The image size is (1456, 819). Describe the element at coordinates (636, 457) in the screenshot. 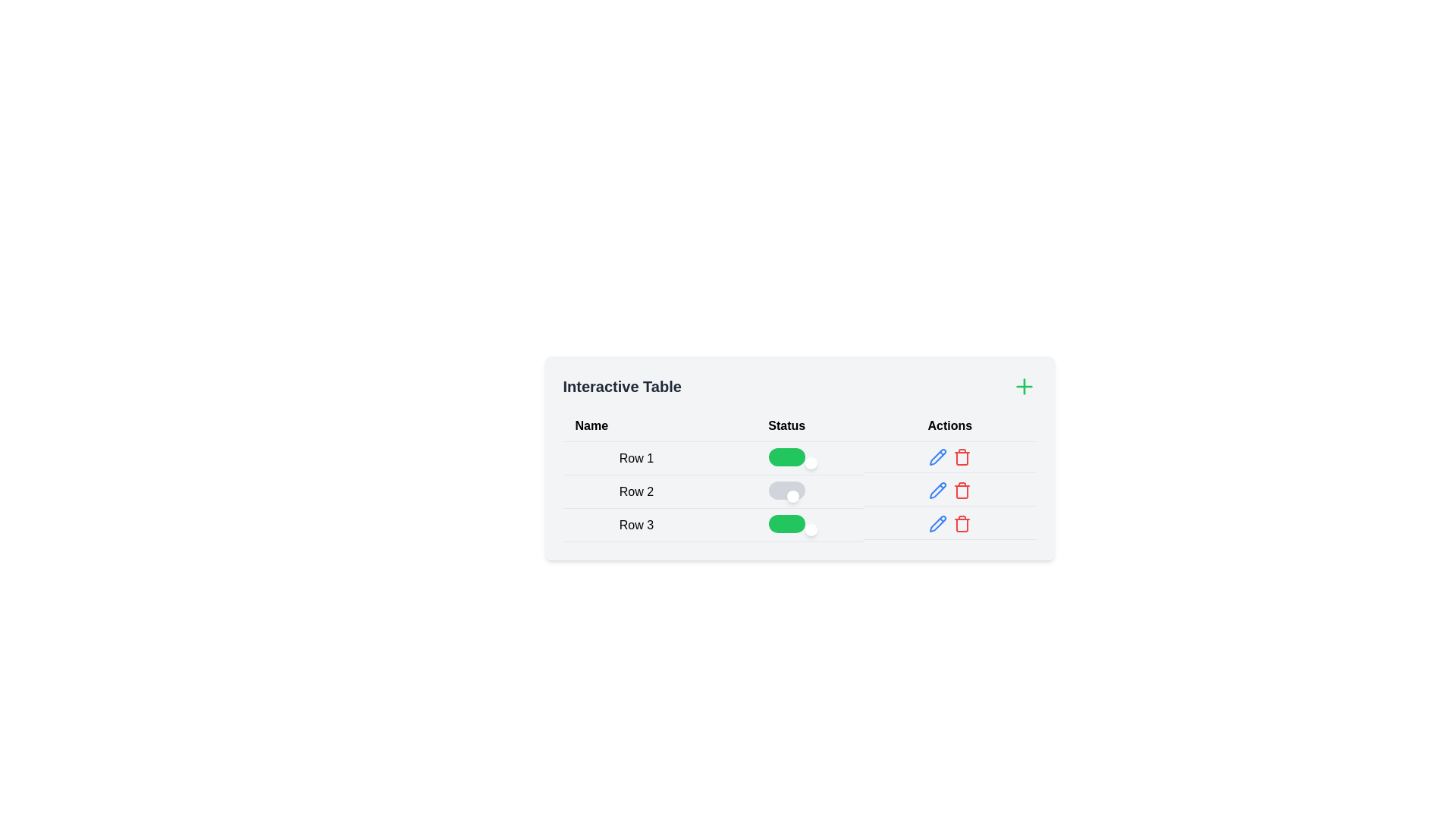

I see `the text element displaying 'Row 1' in the first row of the table under the 'Name' column` at that location.